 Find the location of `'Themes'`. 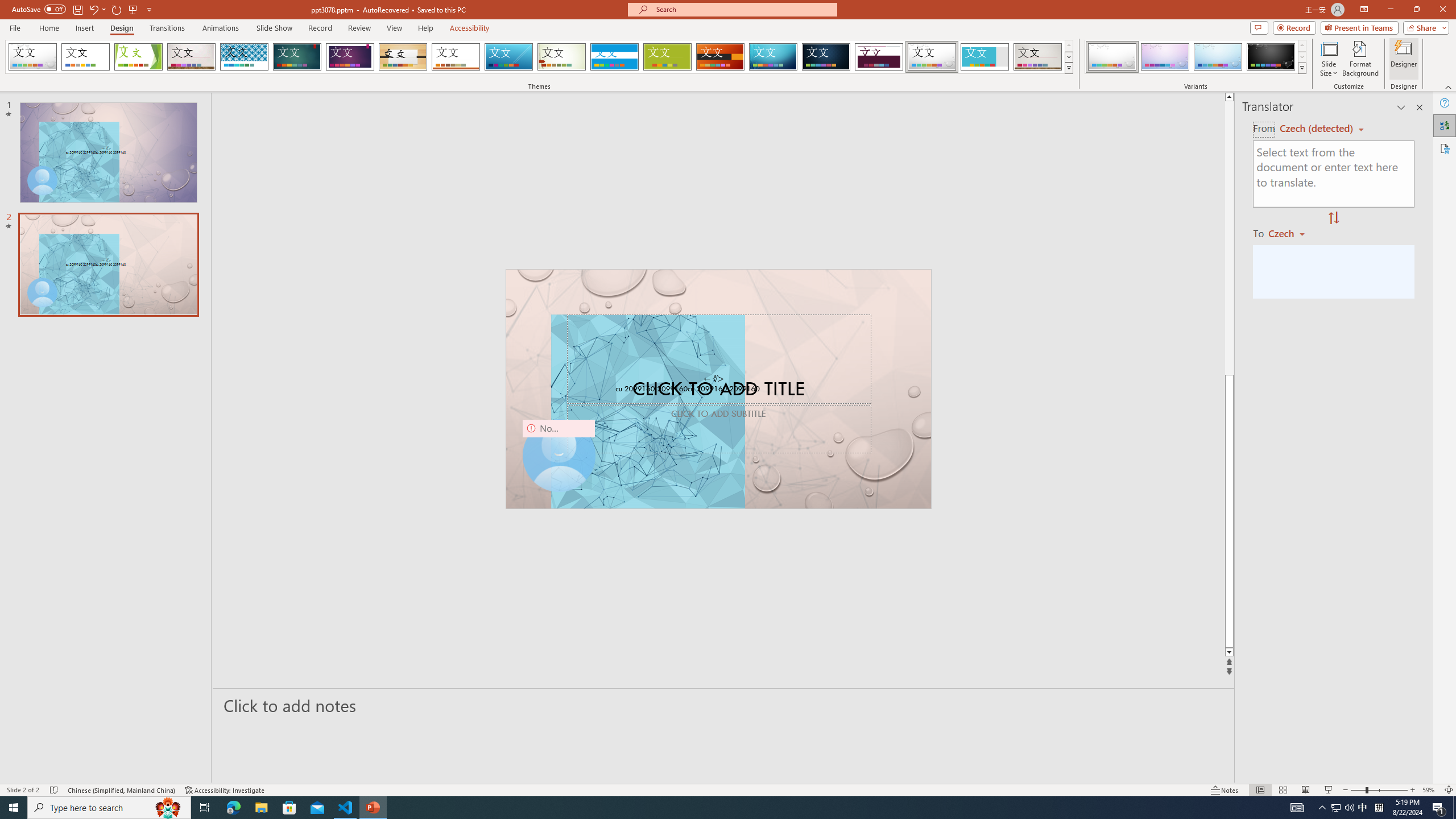

'Themes' is located at coordinates (1069, 67).